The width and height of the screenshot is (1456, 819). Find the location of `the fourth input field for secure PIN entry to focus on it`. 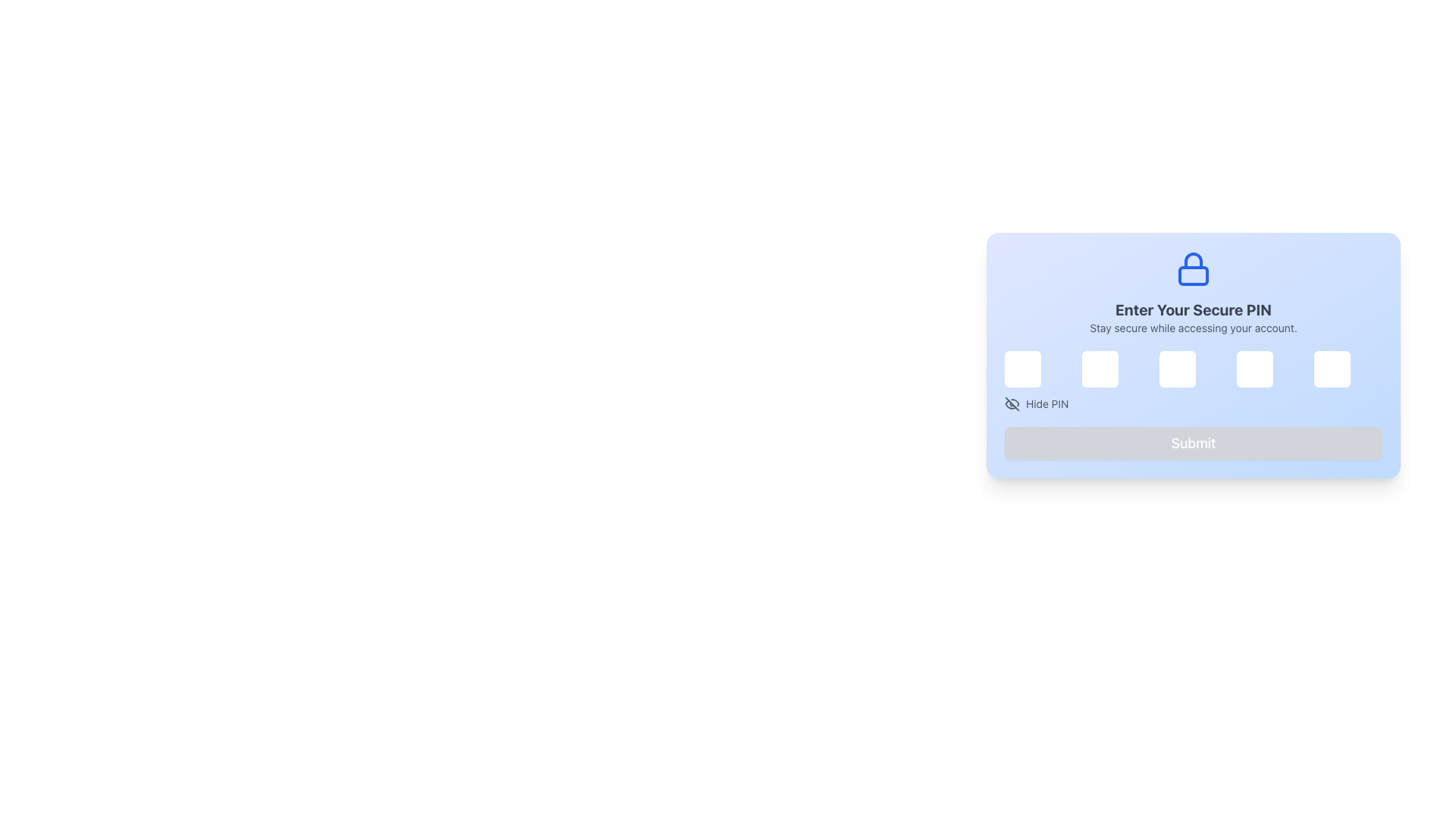

the fourth input field for secure PIN entry to focus on it is located at coordinates (1255, 369).